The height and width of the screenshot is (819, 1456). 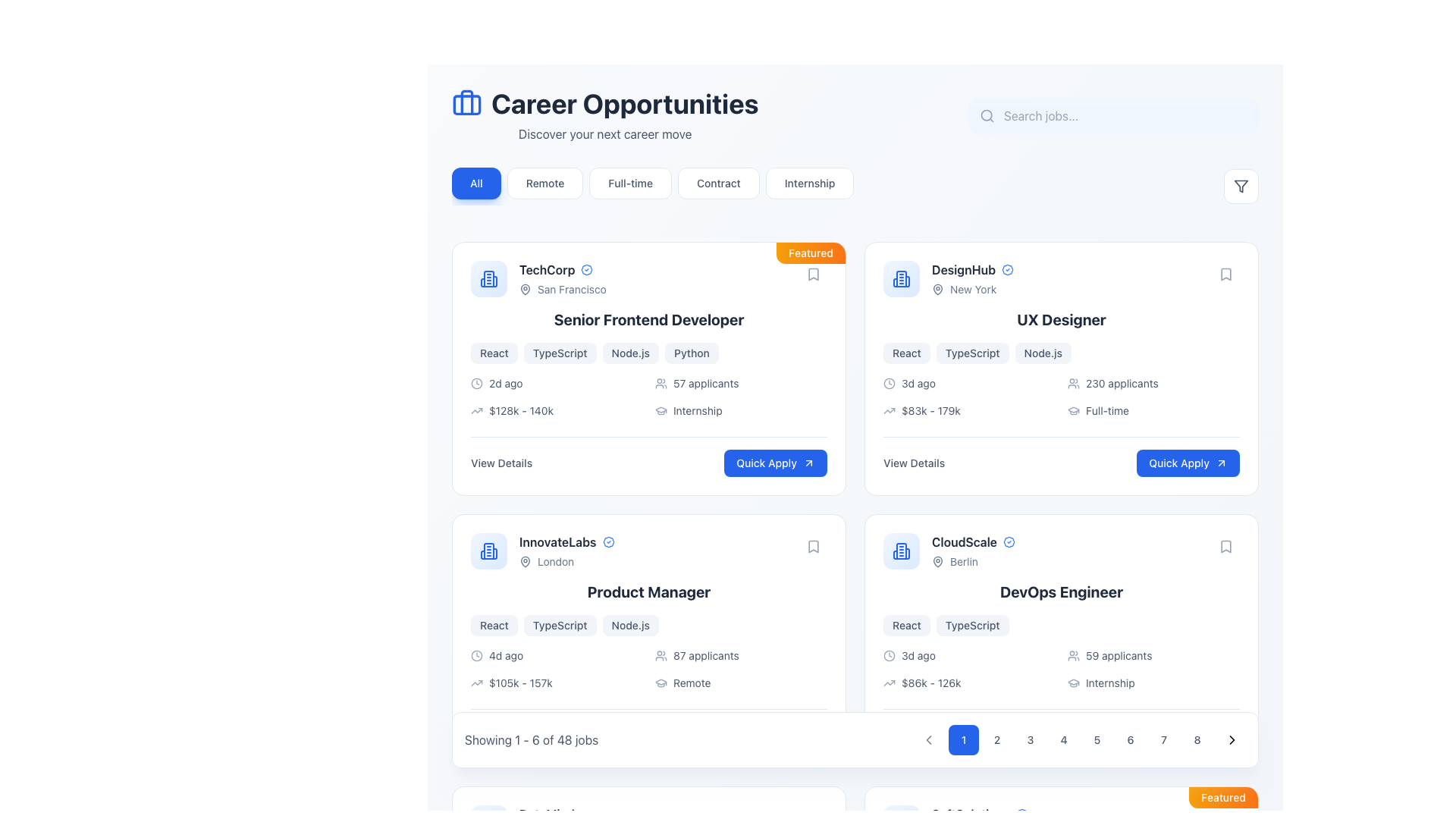 I want to click on the button displaying the number '7', which is styled as a rounded rectangle with a light grey background, so click(x=1163, y=739).